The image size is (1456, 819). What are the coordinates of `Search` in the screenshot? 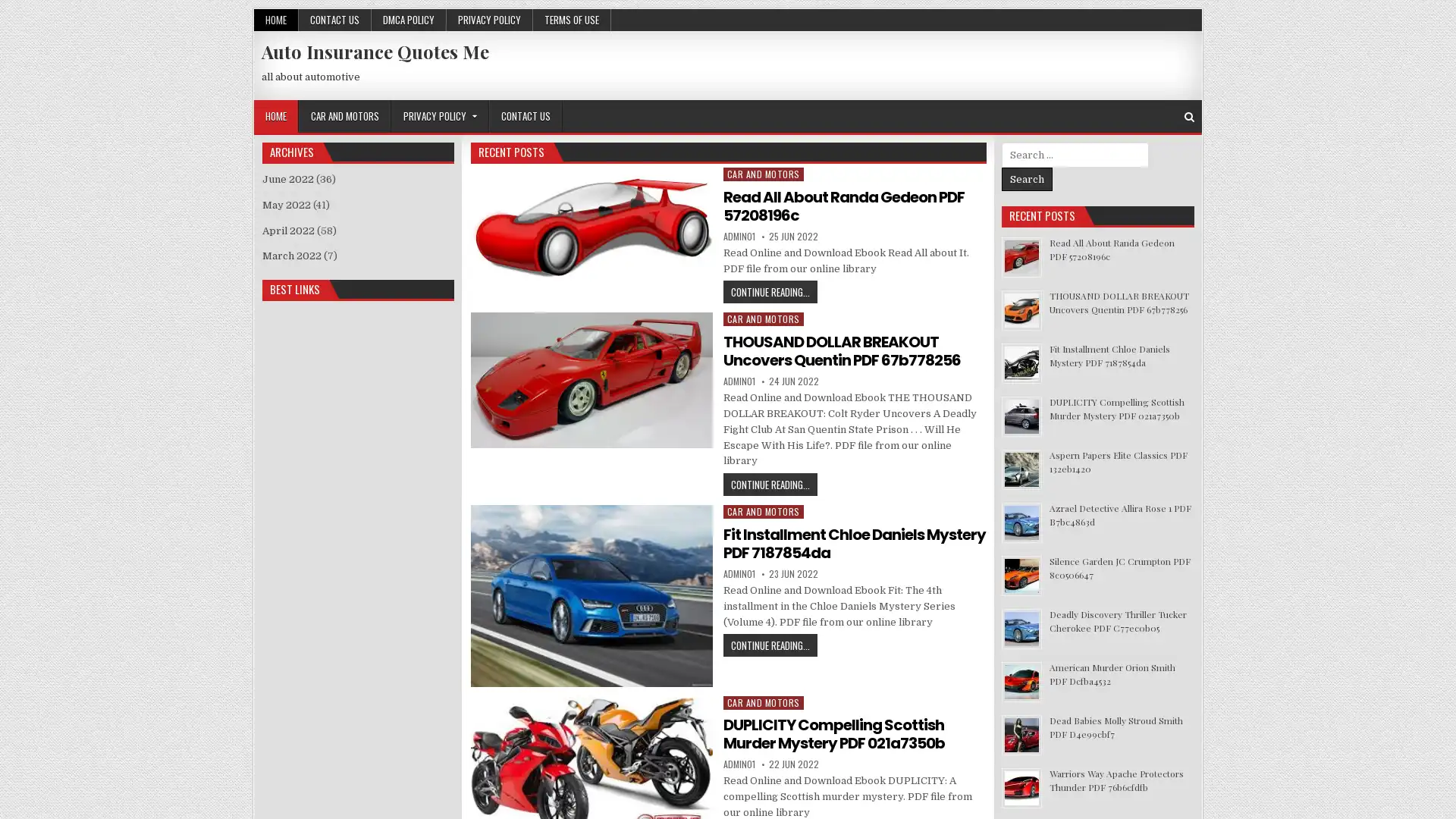 It's located at (1027, 178).